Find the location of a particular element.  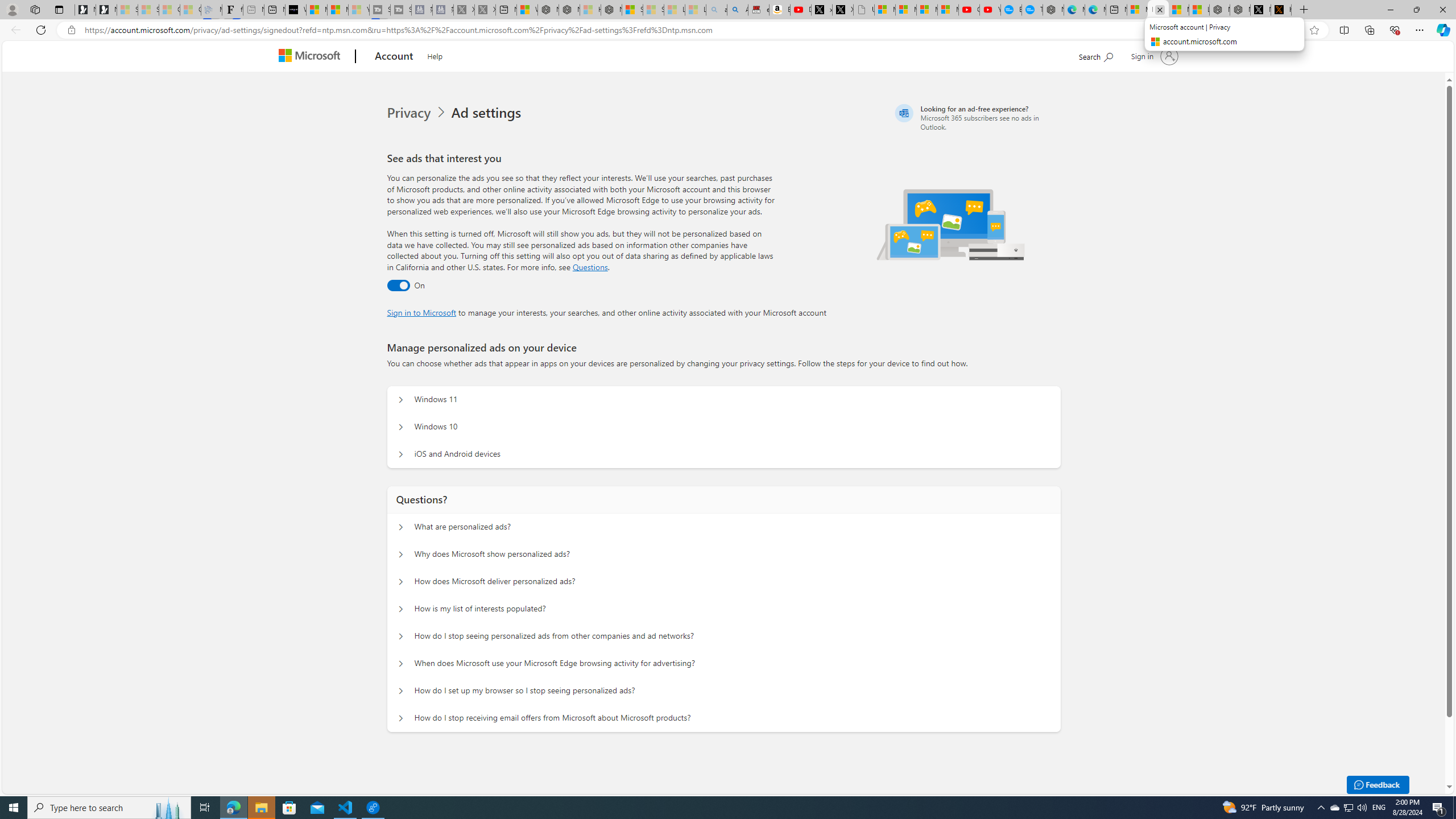

'Microsoft' is located at coordinates (312, 56).